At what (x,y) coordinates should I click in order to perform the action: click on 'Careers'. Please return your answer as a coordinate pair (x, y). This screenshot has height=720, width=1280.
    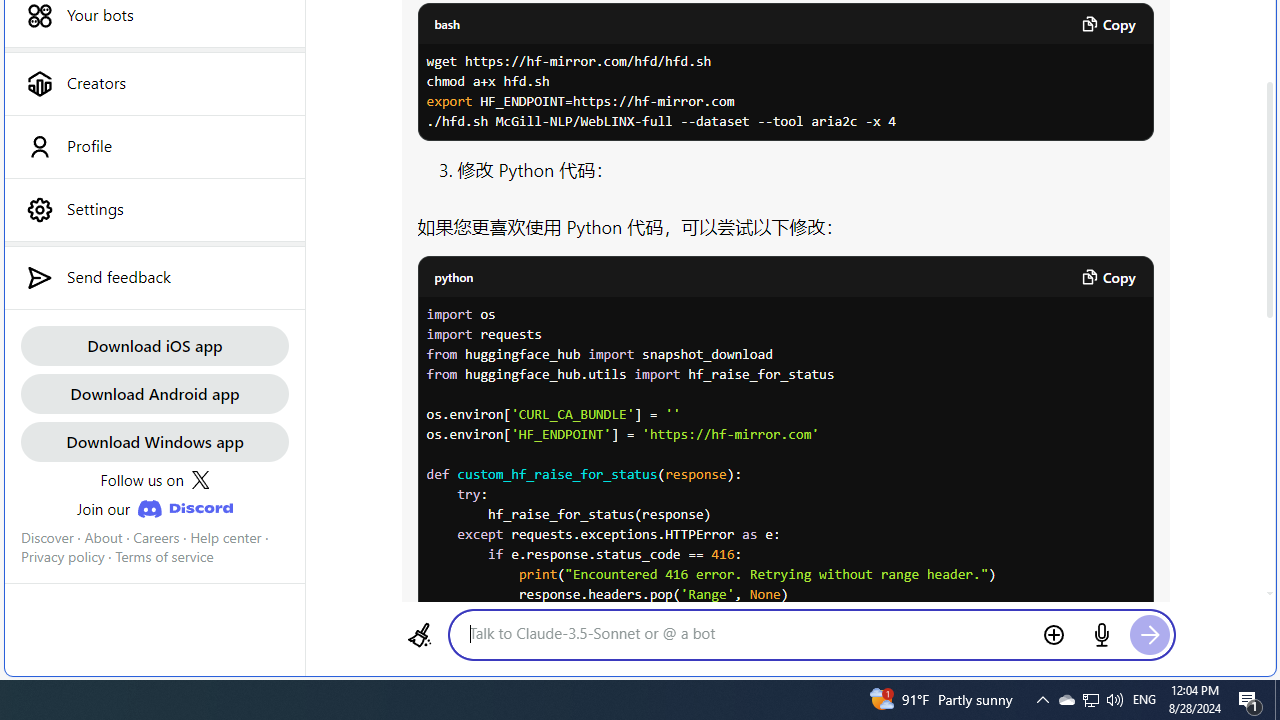
    Looking at the image, I should click on (155, 536).